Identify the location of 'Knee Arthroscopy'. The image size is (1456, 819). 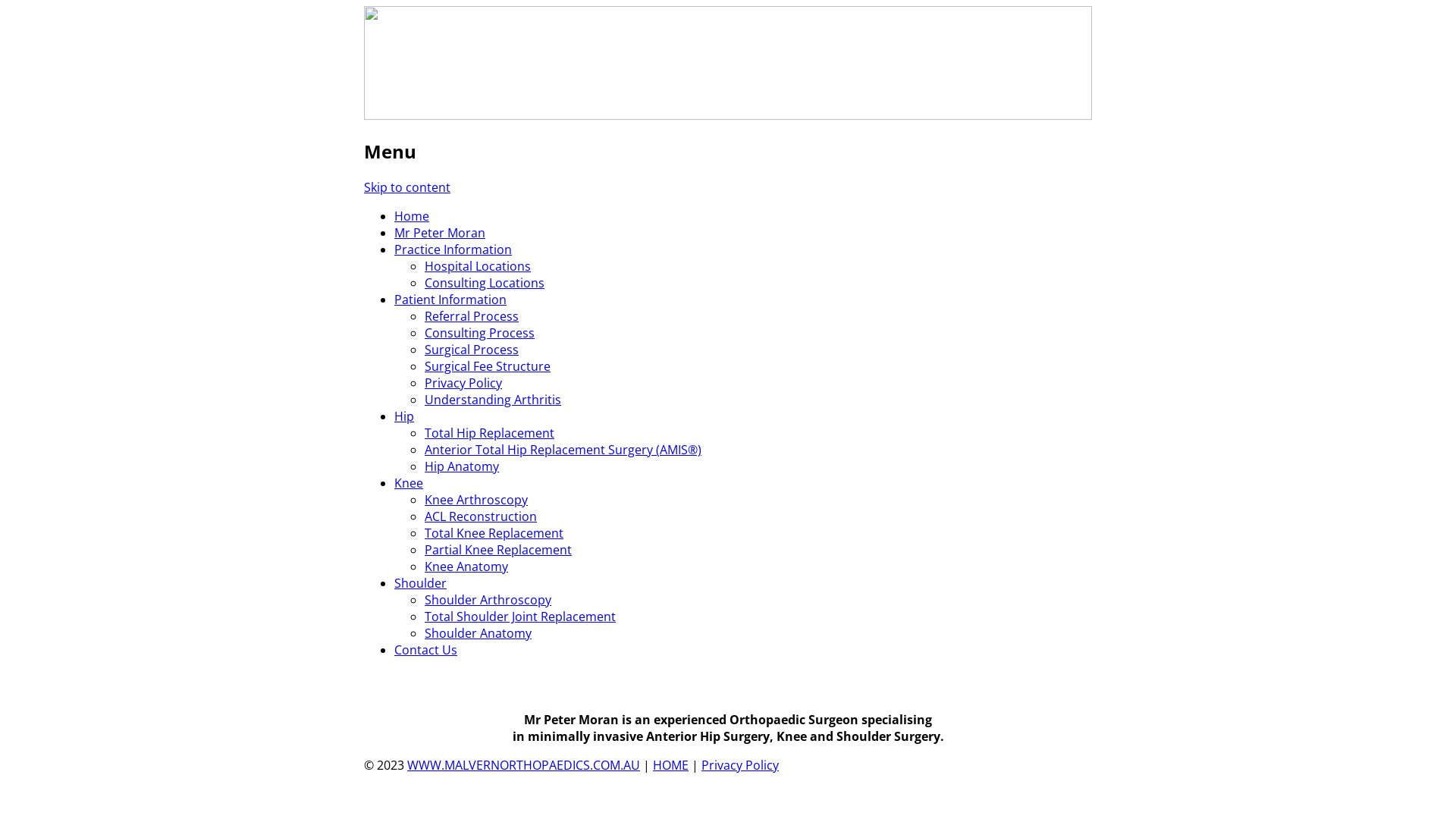
(475, 500).